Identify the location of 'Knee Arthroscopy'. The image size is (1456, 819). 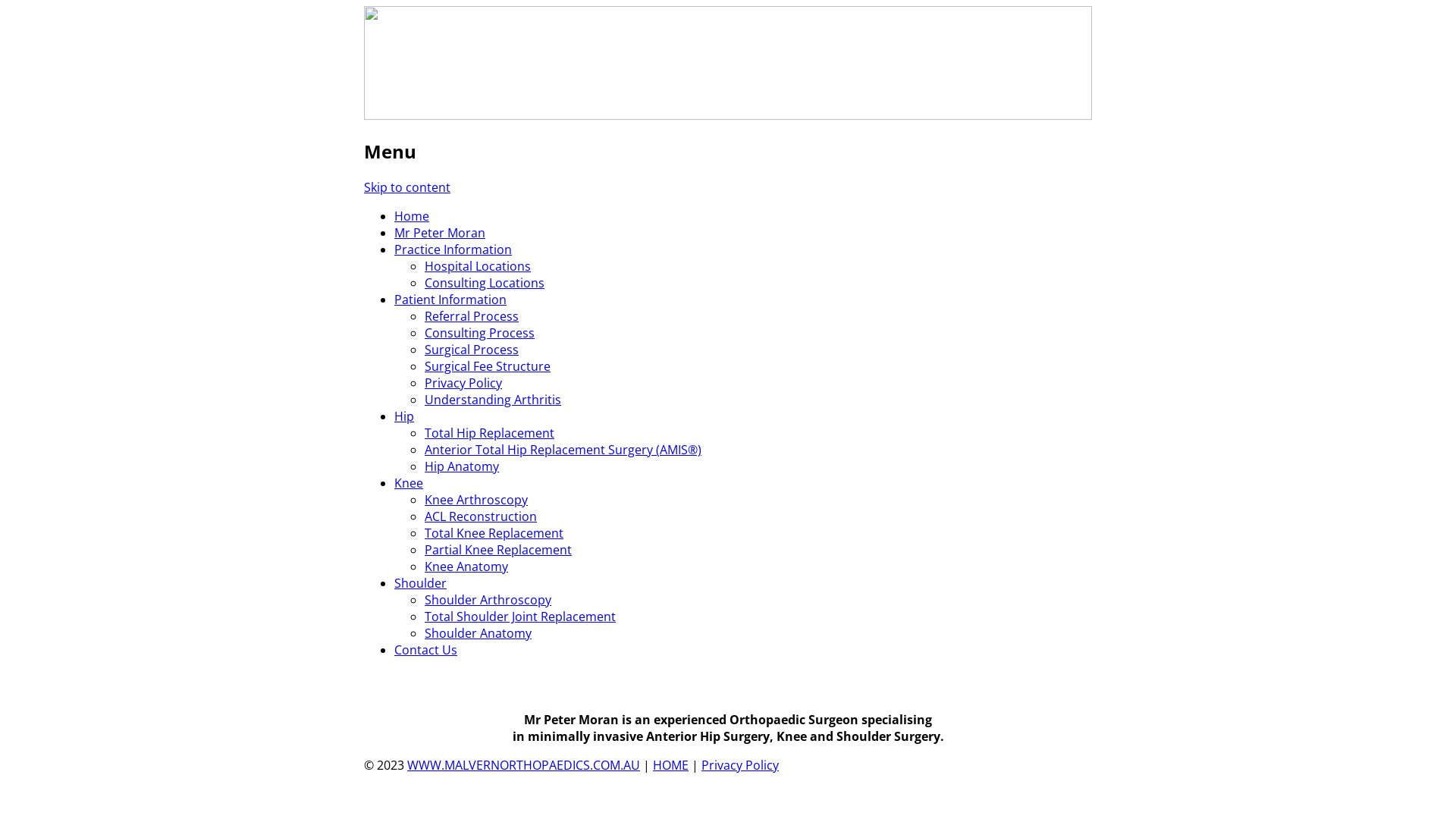
(475, 500).